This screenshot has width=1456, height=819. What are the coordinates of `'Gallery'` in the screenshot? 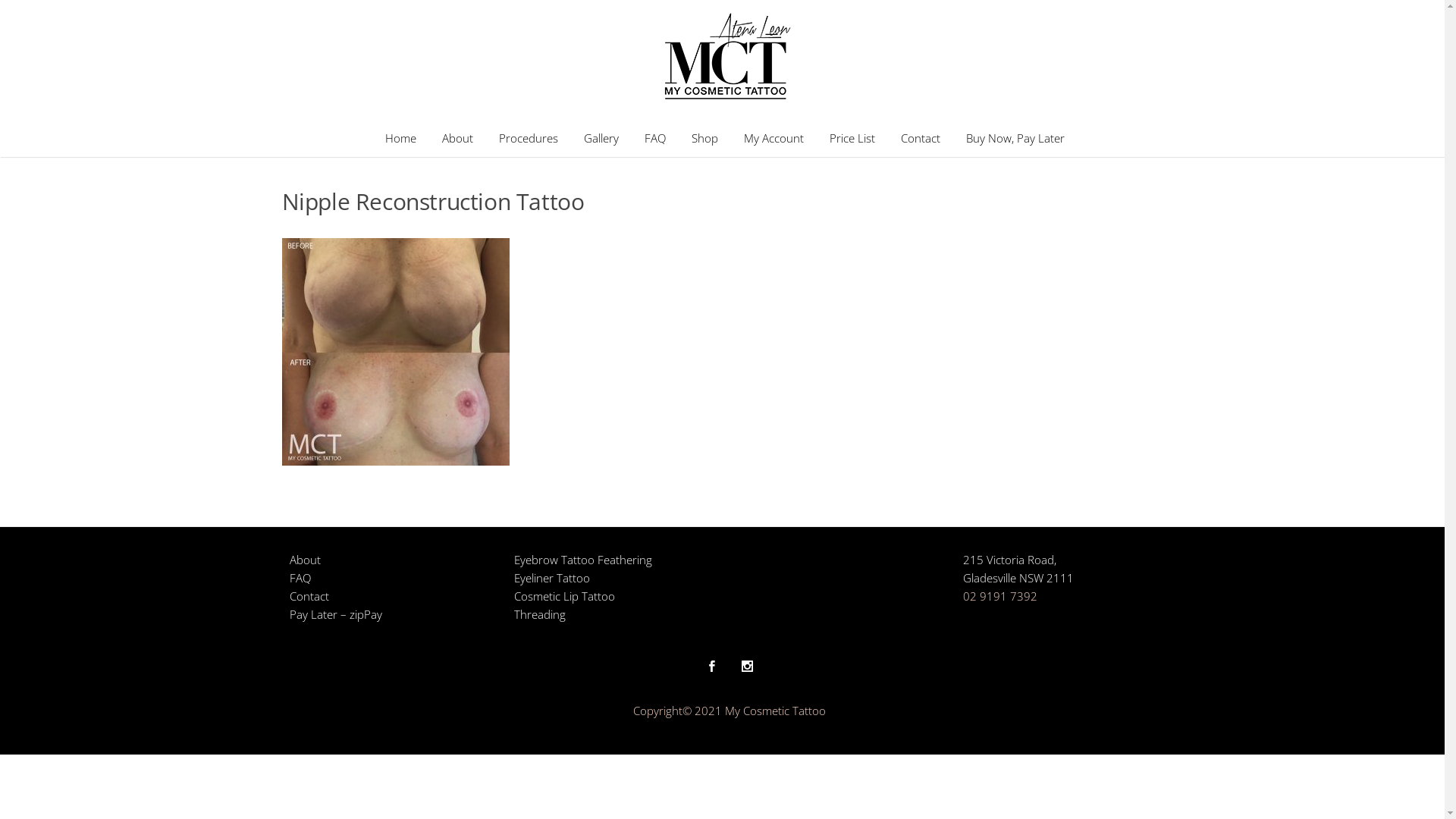 It's located at (600, 137).